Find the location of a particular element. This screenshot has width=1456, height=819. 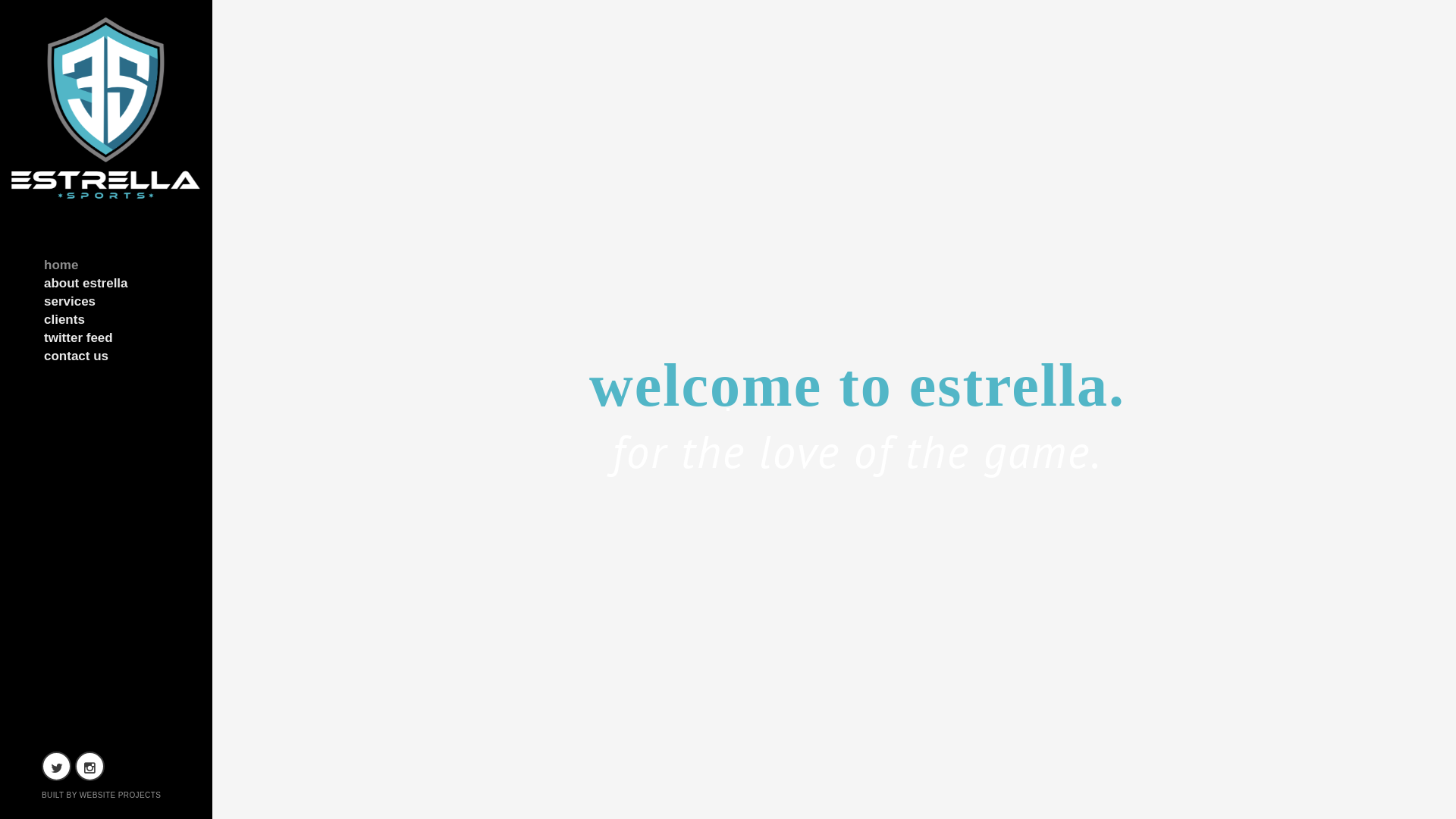

'clients' is located at coordinates (43, 322).